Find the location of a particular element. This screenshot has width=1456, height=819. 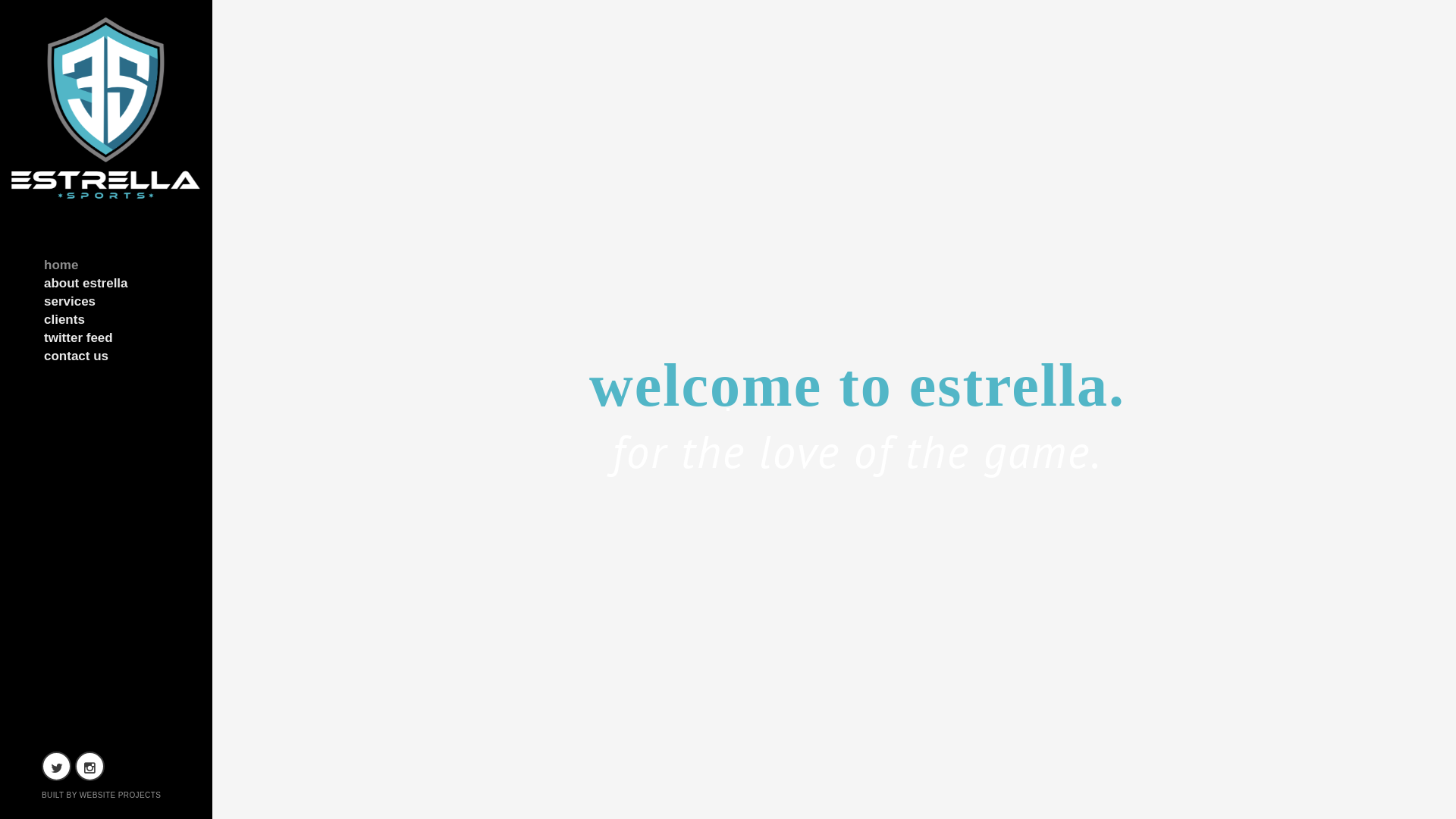

'clients' is located at coordinates (43, 322).